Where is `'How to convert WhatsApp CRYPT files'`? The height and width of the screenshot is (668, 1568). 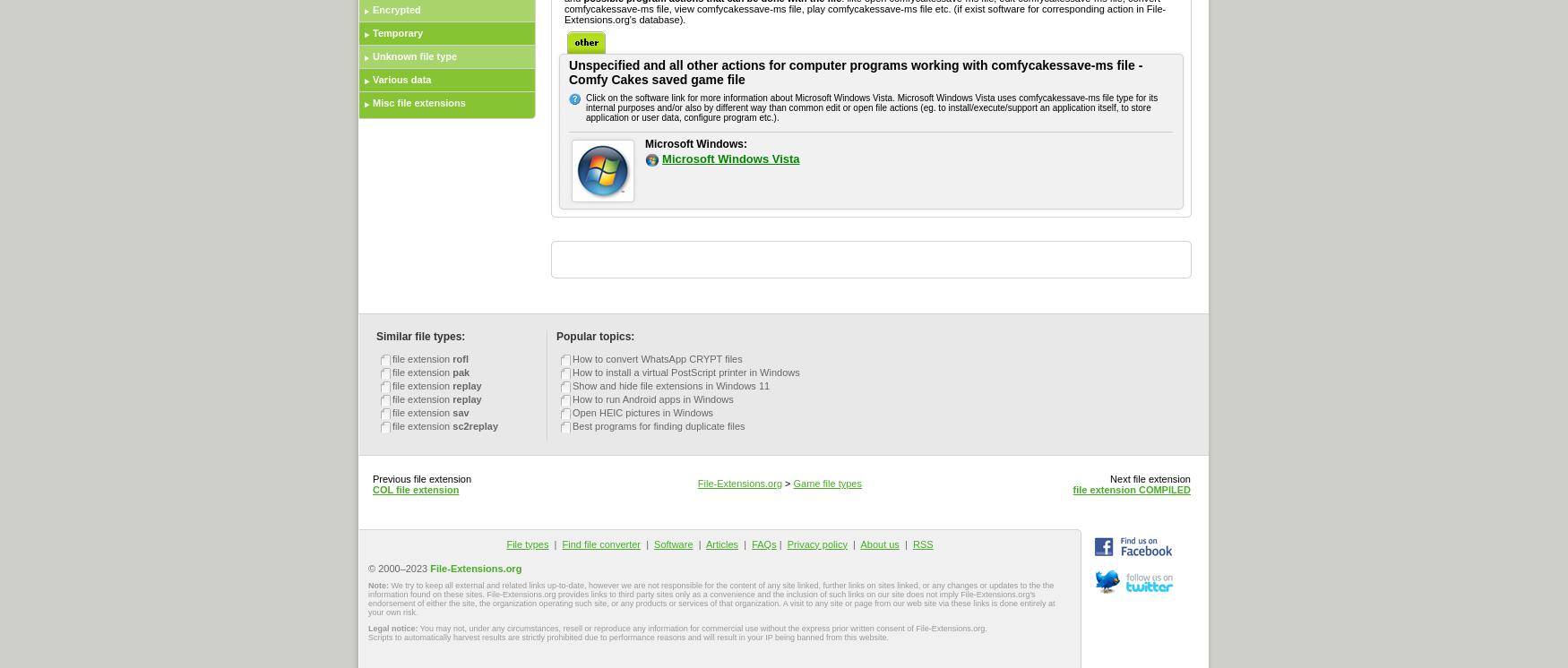
'How to convert WhatsApp CRYPT files' is located at coordinates (657, 358).